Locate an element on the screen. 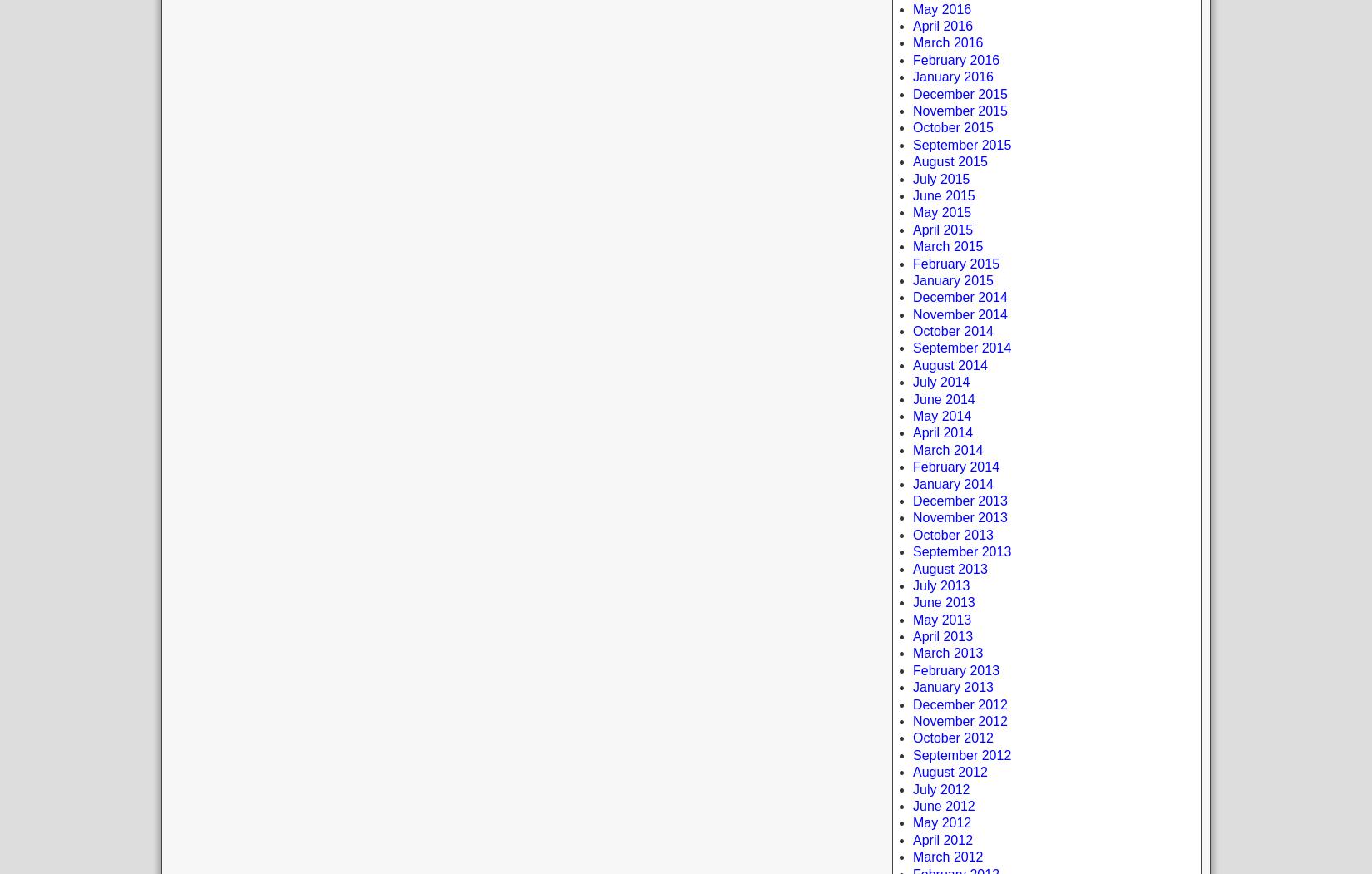 Image resolution: width=1372 pixels, height=874 pixels. 'November 2014' is located at coordinates (960, 313).